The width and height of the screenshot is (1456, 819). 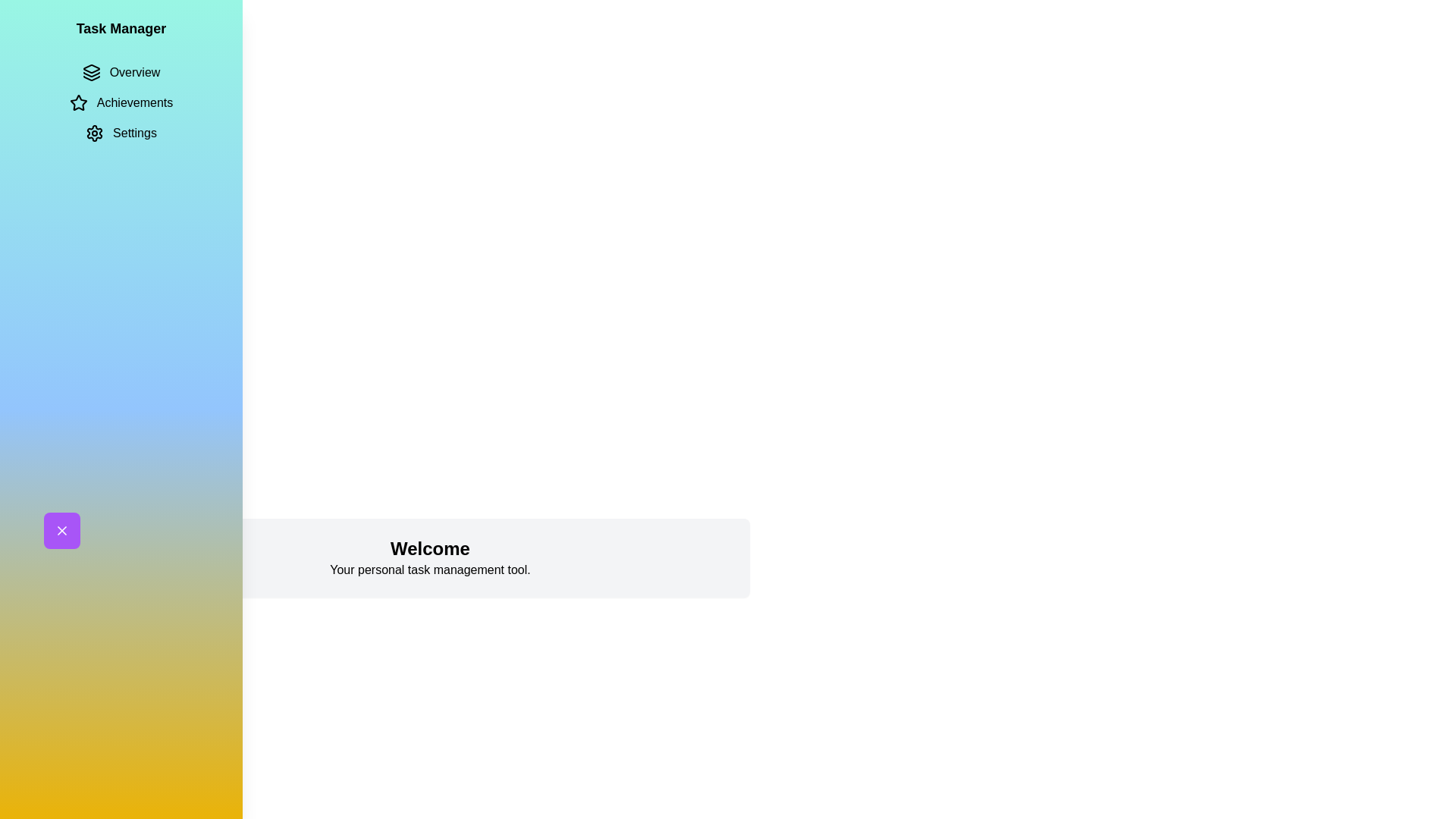 What do you see at coordinates (429, 549) in the screenshot?
I see `the greeting text label that introduces the user to the application, positioned above the text element stating 'Your personal task management tool.'` at bounding box center [429, 549].